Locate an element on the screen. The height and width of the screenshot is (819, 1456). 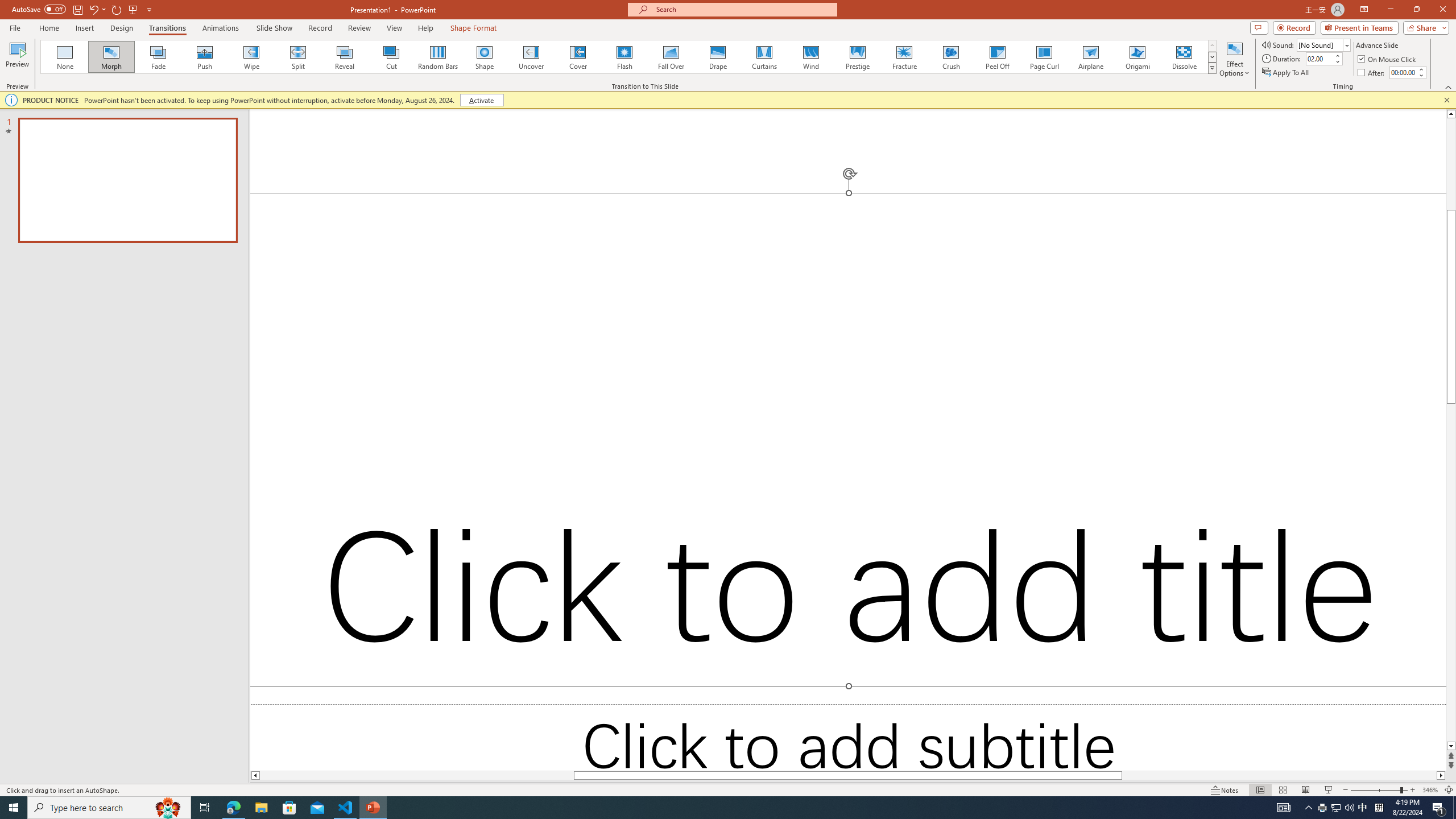
'Sound' is located at coordinates (1323, 44).